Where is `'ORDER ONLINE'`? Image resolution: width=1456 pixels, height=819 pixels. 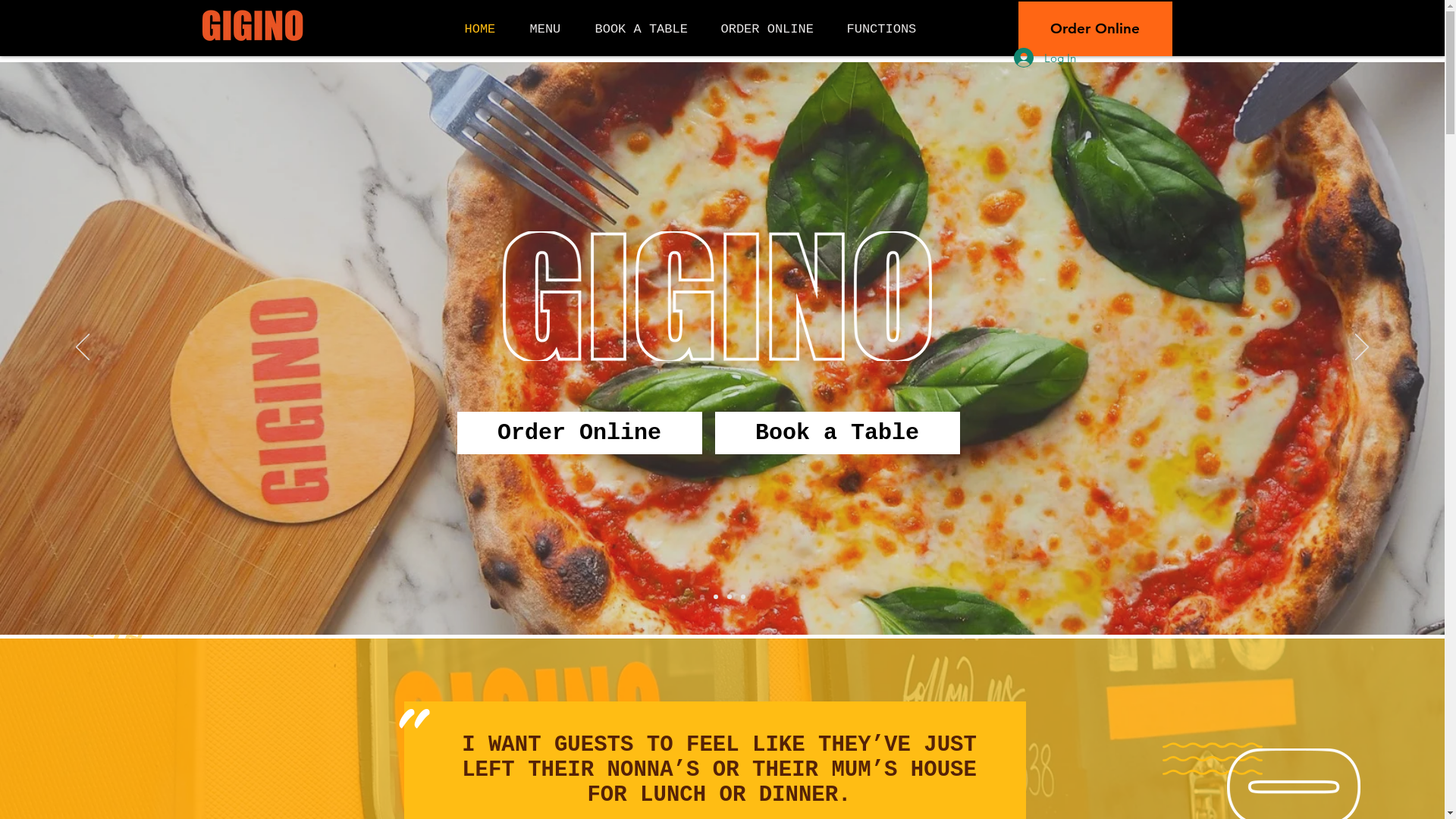 'ORDER ONLINE' is located at coordinates (772, 29).